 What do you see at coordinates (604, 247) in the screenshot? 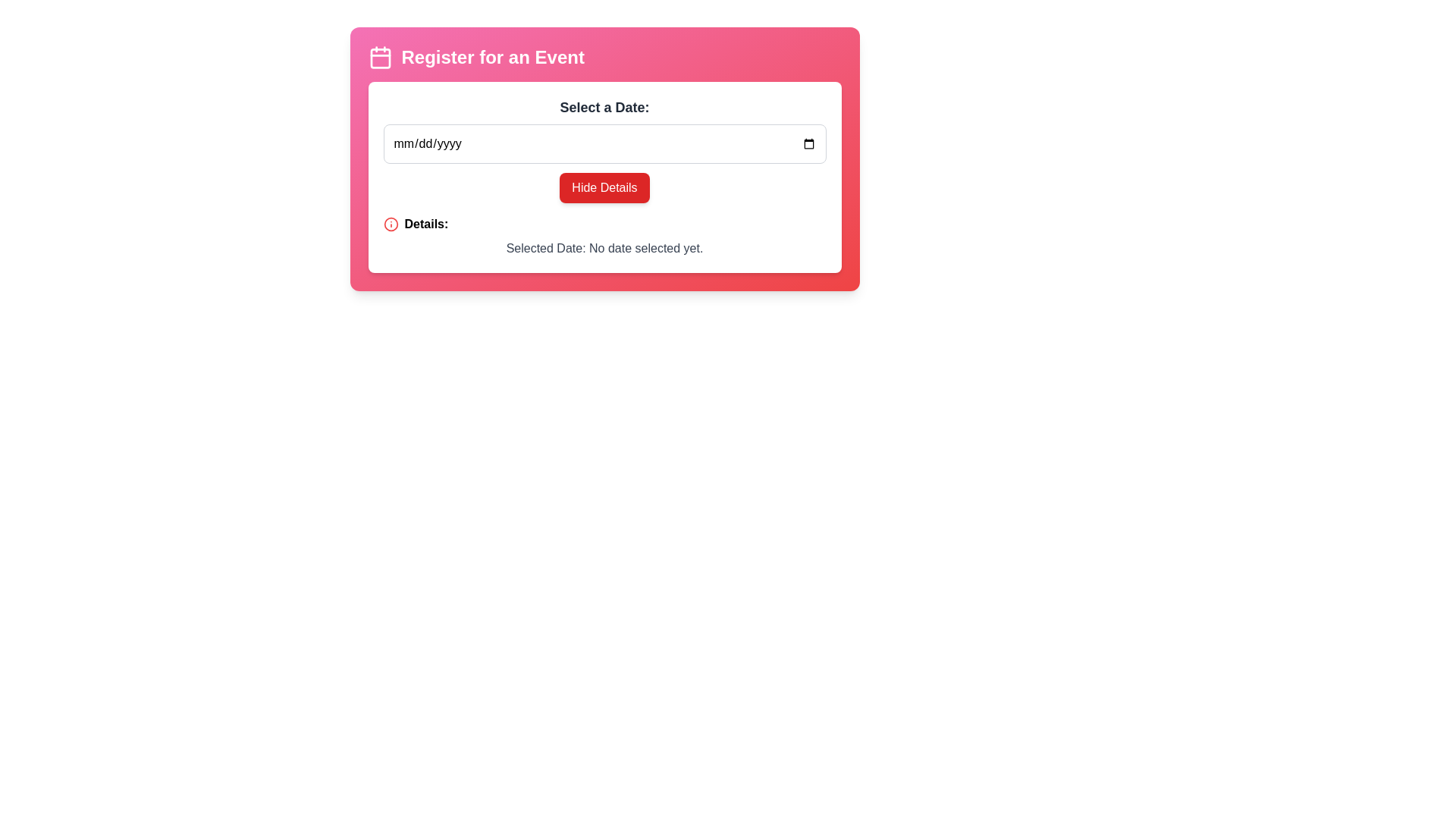
I see `the text segment that displays 'Selected Date: No date selected yet.' located below the 'Details:' label in the details section of the form` at bounding box center [604, 247].